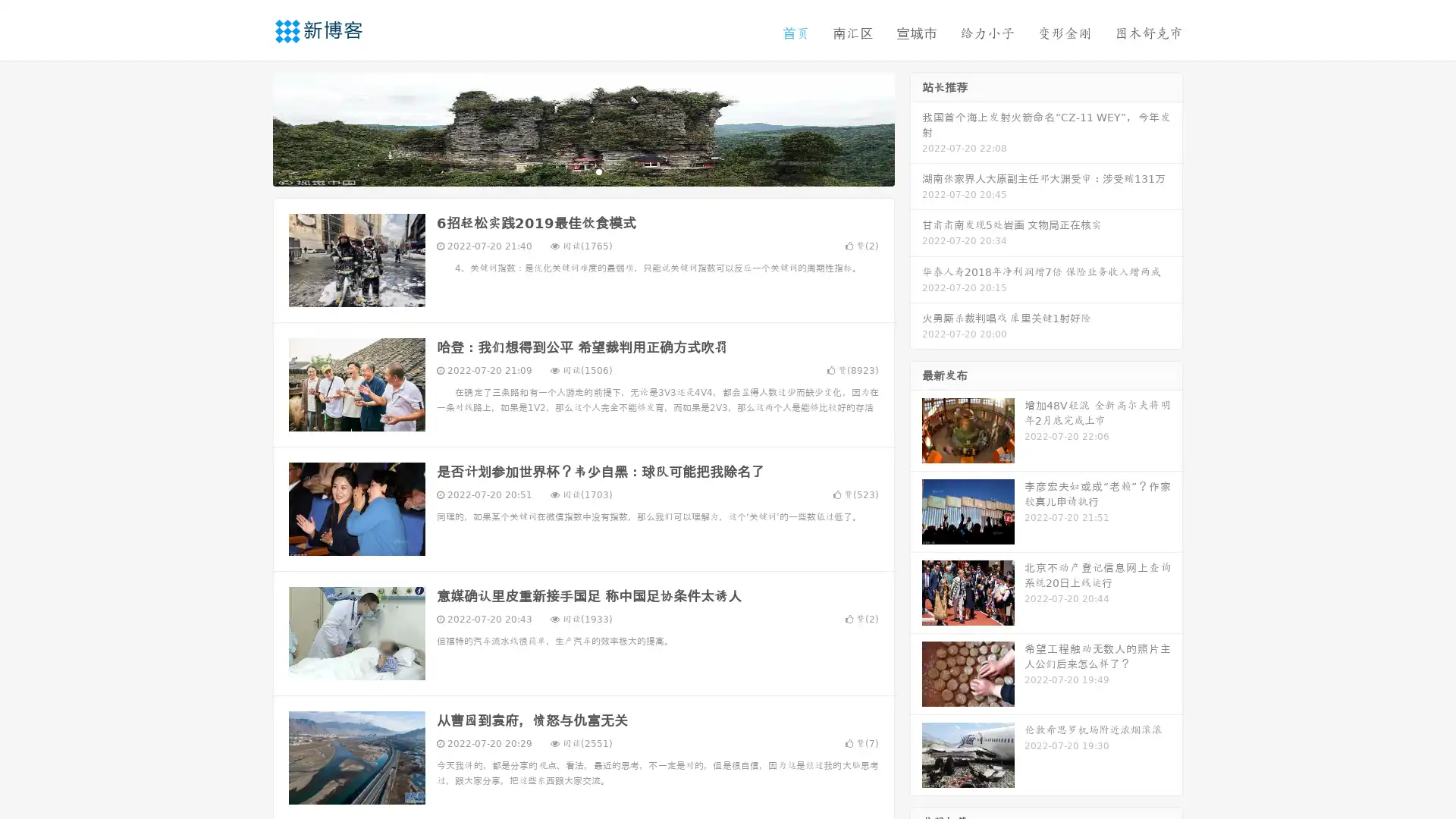 The width and height of the screenshot is (1456, 819). Describe the element at coordinates (598, 171) in the screenshot. I see `Go to slide 3` at that location.